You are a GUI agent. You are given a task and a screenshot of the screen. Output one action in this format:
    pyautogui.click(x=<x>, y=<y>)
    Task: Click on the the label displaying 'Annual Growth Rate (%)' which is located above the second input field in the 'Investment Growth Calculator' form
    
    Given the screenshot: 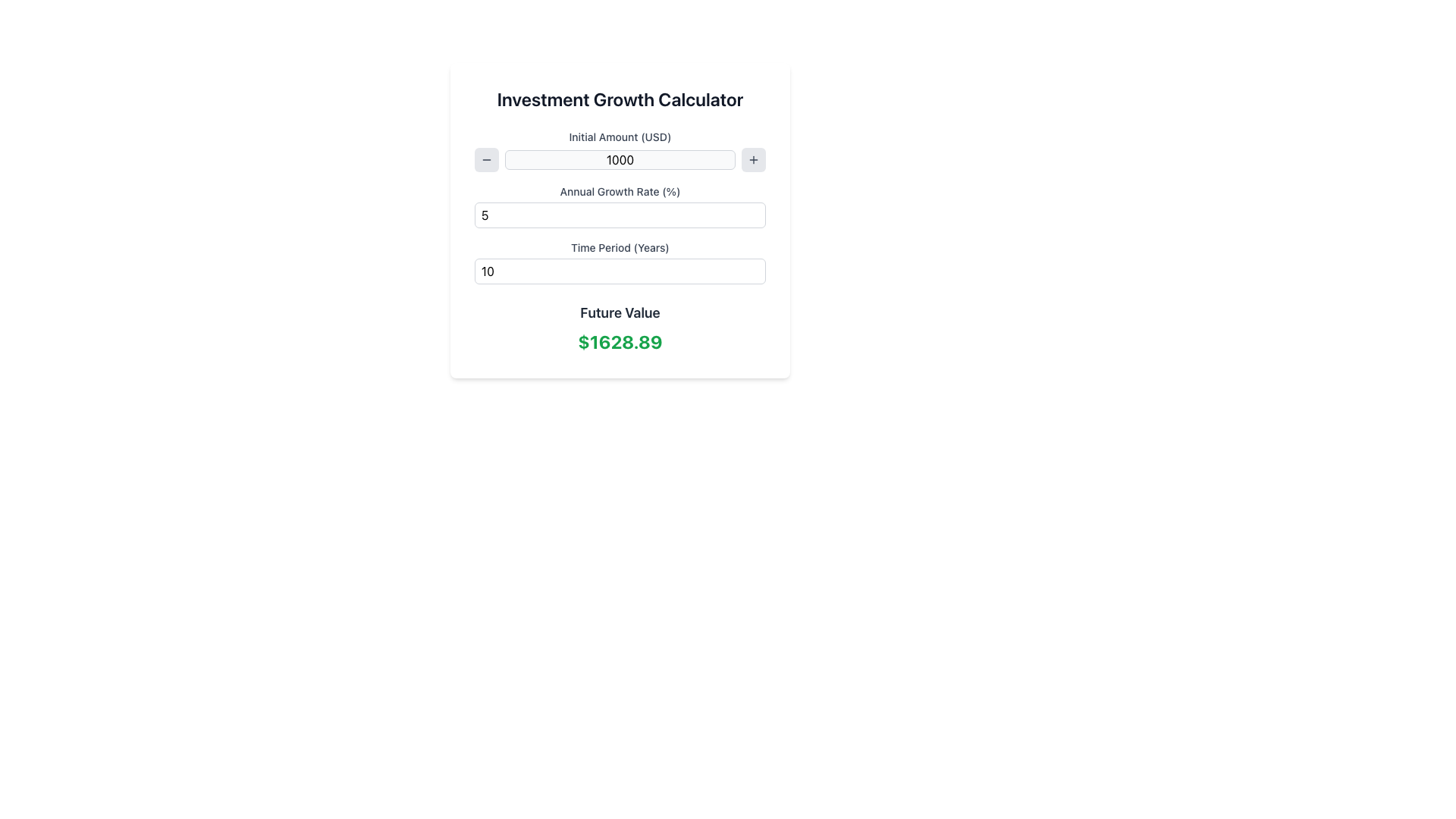 What is the action you would take?
    pyautogui.click(x=620, y=191)
    